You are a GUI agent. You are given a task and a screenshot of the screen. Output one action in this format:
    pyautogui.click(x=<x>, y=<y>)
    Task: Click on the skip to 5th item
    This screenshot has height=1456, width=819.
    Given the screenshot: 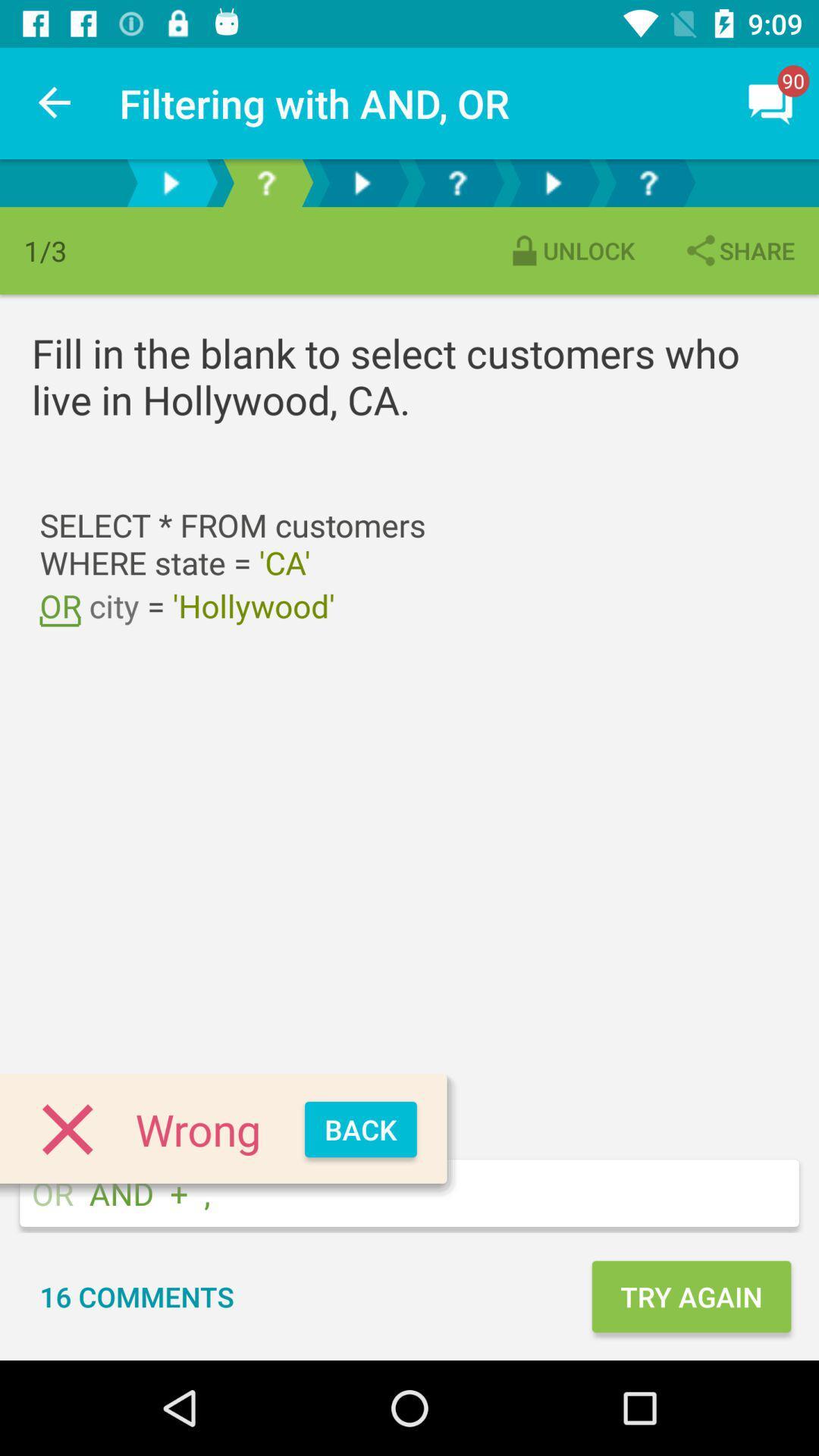 What is the action you would take?
    pyautogui.click(x=553, y=182)
    